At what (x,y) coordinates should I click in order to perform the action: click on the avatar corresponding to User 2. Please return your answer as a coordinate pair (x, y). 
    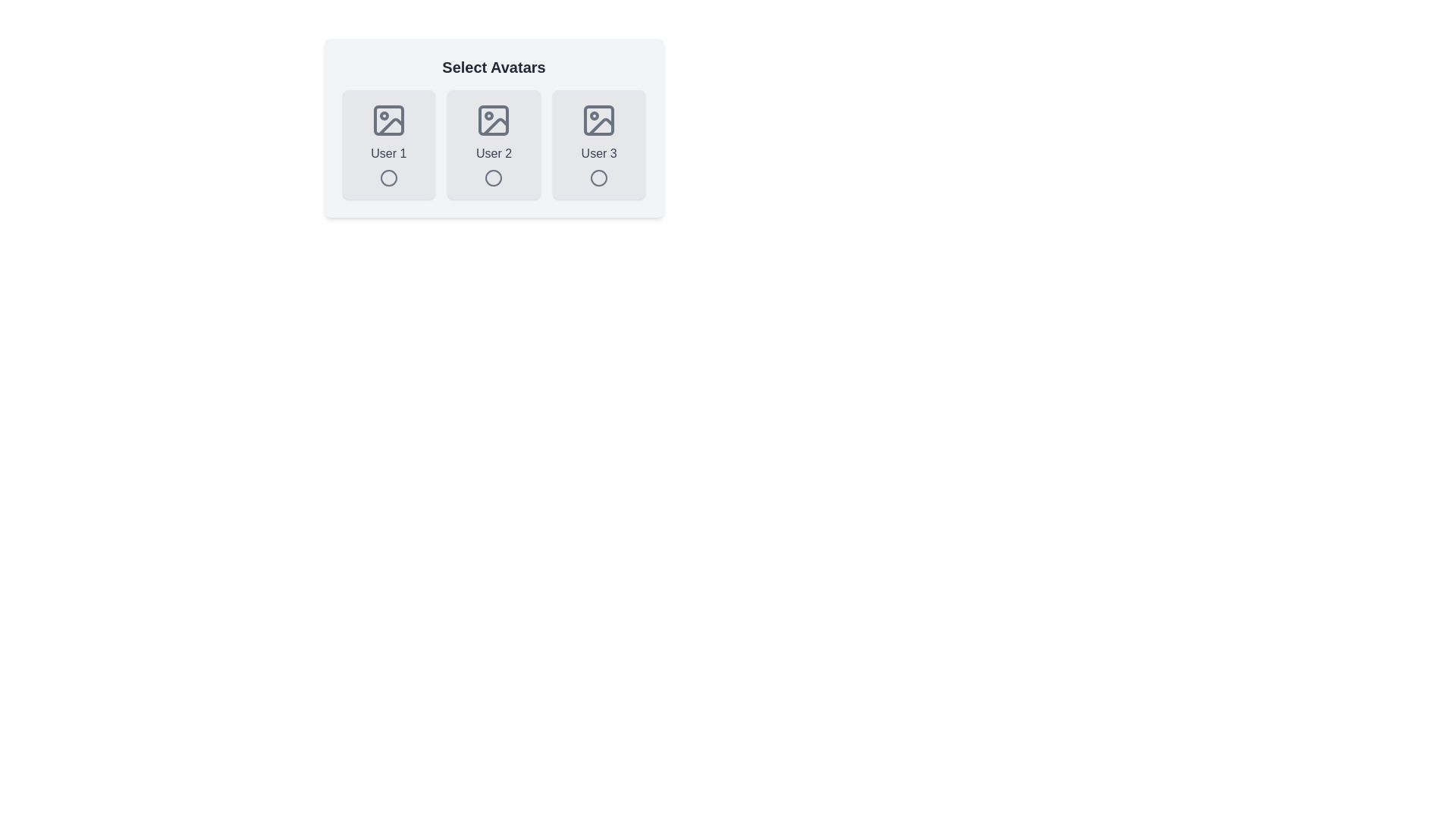
    Looking at the image, I should click on (494, 145).